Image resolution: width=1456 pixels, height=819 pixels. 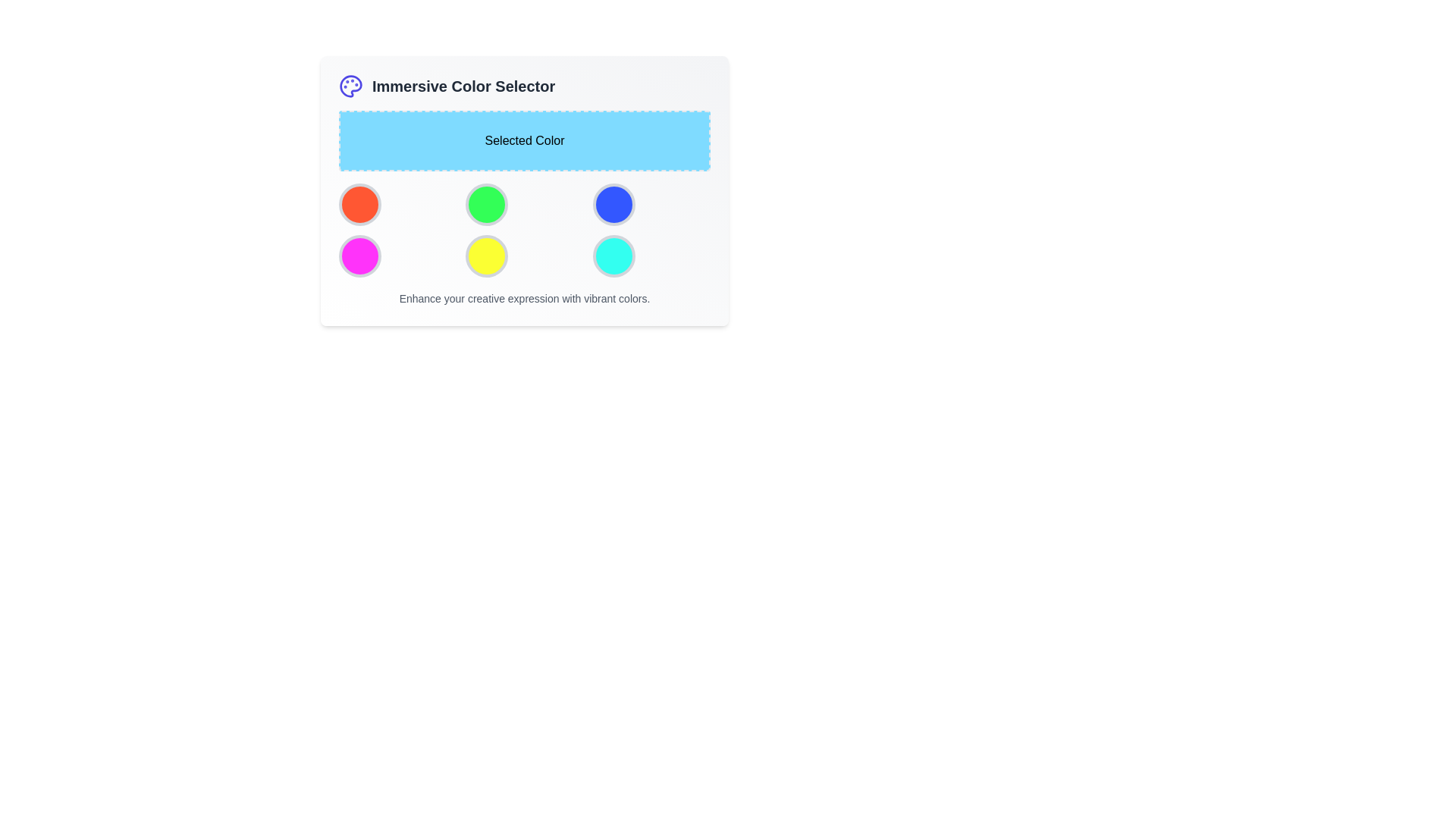 What do you see at coordinates (524, 298) in the screenshot?
I see `the informational text label that provides guidance about the functionality of the interface, positioned below the row of colored circles` at bounding box center [524, 298].